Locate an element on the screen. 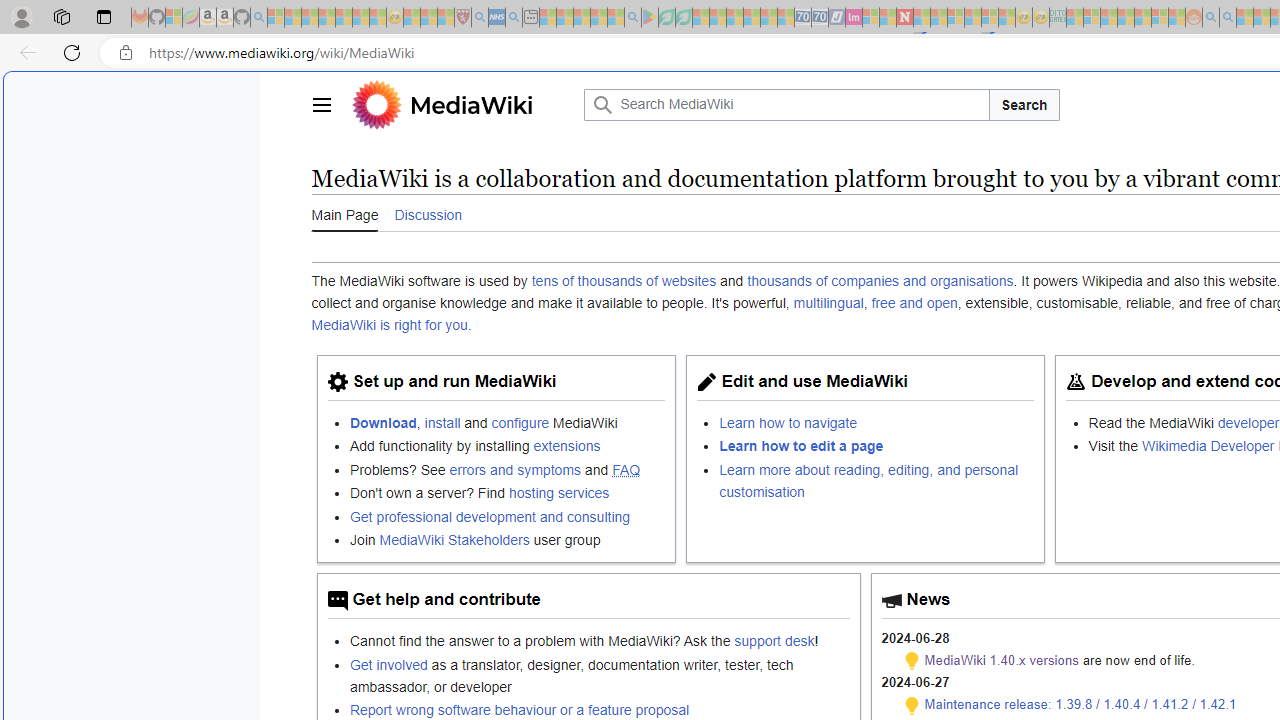 This screenshot has height=720, width=1280. 'errors and symptoms' is located at coordinates (515, 469).